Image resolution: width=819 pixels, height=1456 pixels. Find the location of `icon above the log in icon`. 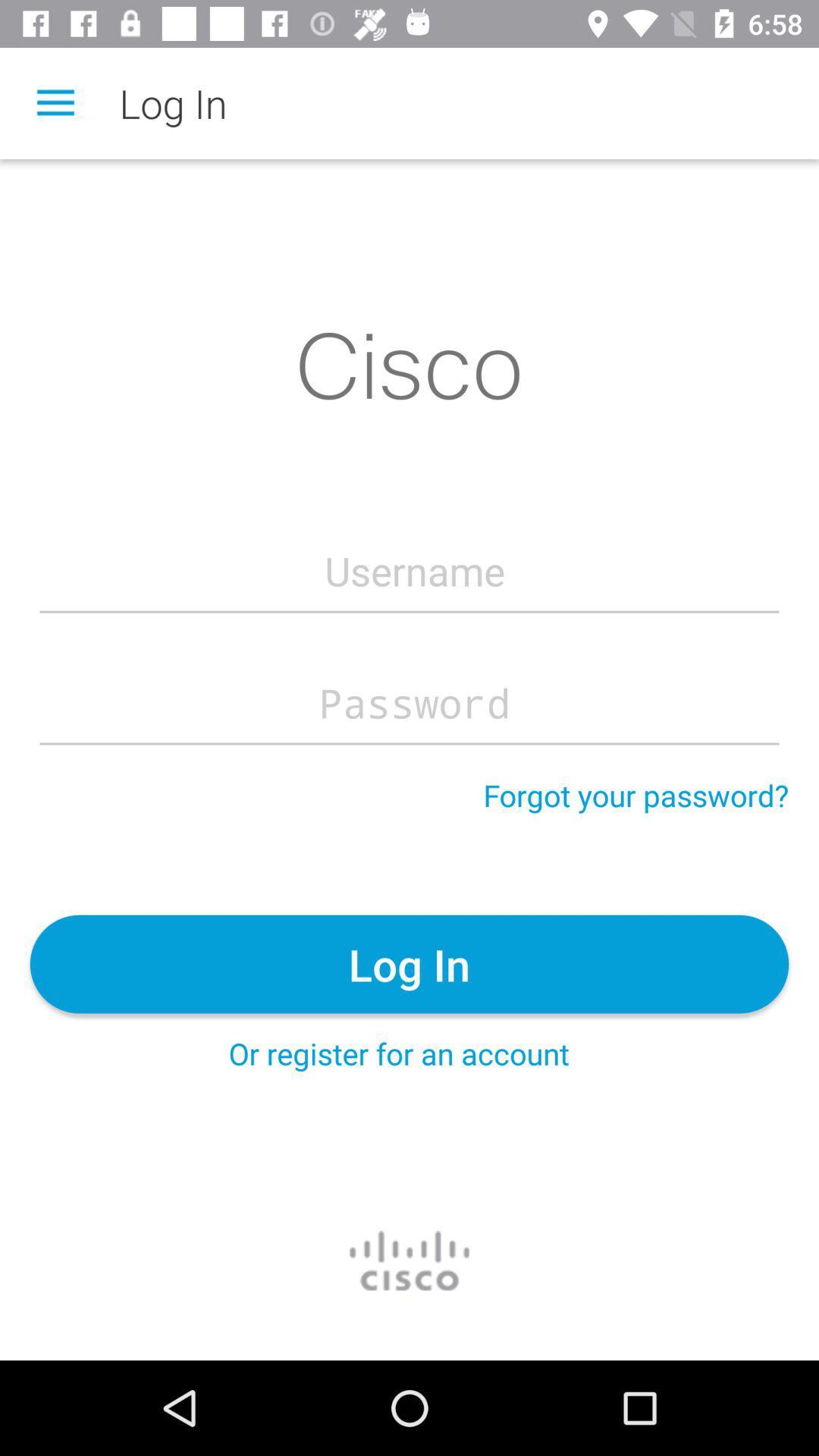

icon above the log in icon is located at coordinates (635, 794).